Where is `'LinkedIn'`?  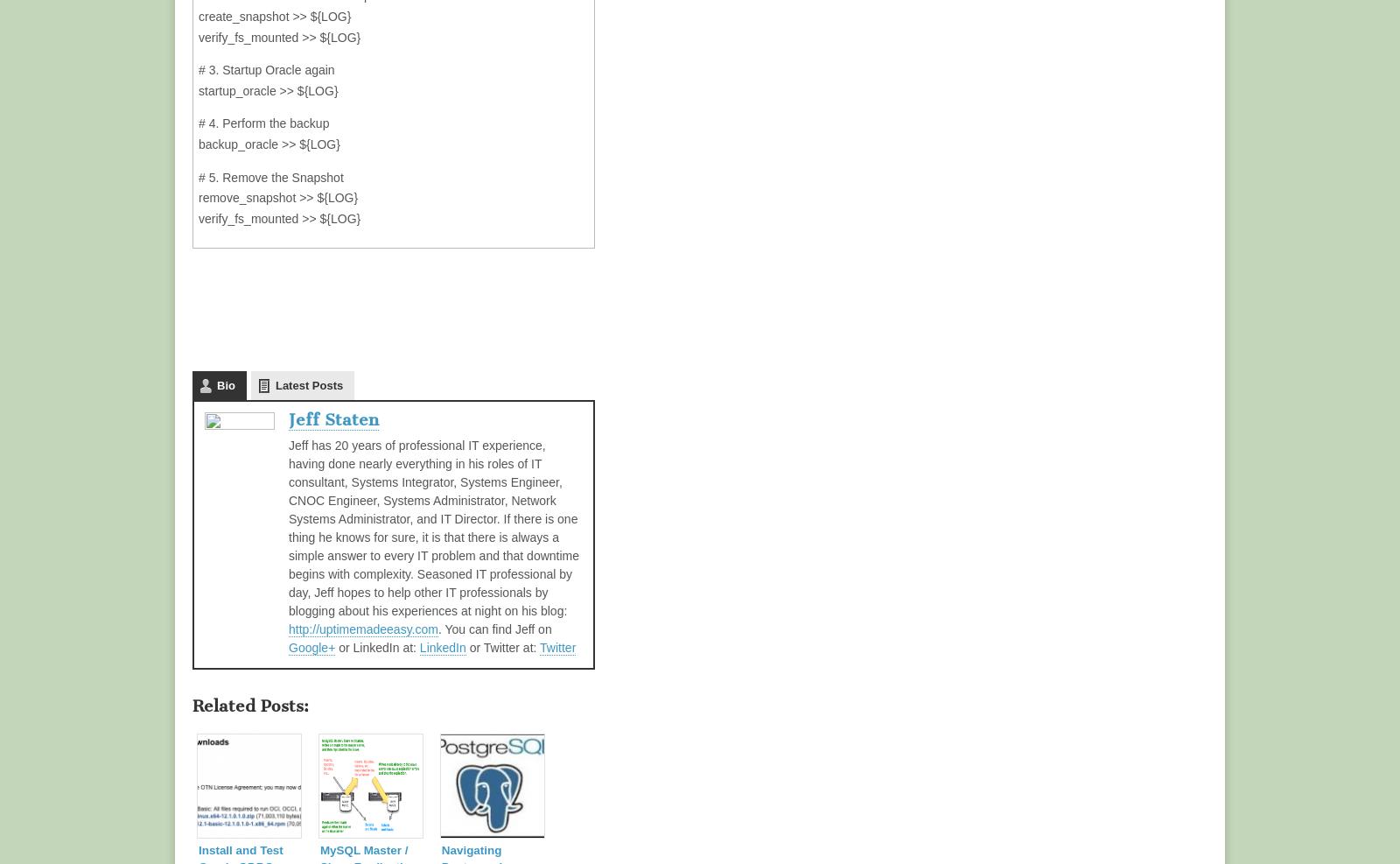 'LinkedIn' is located at coordinates (441, 646).